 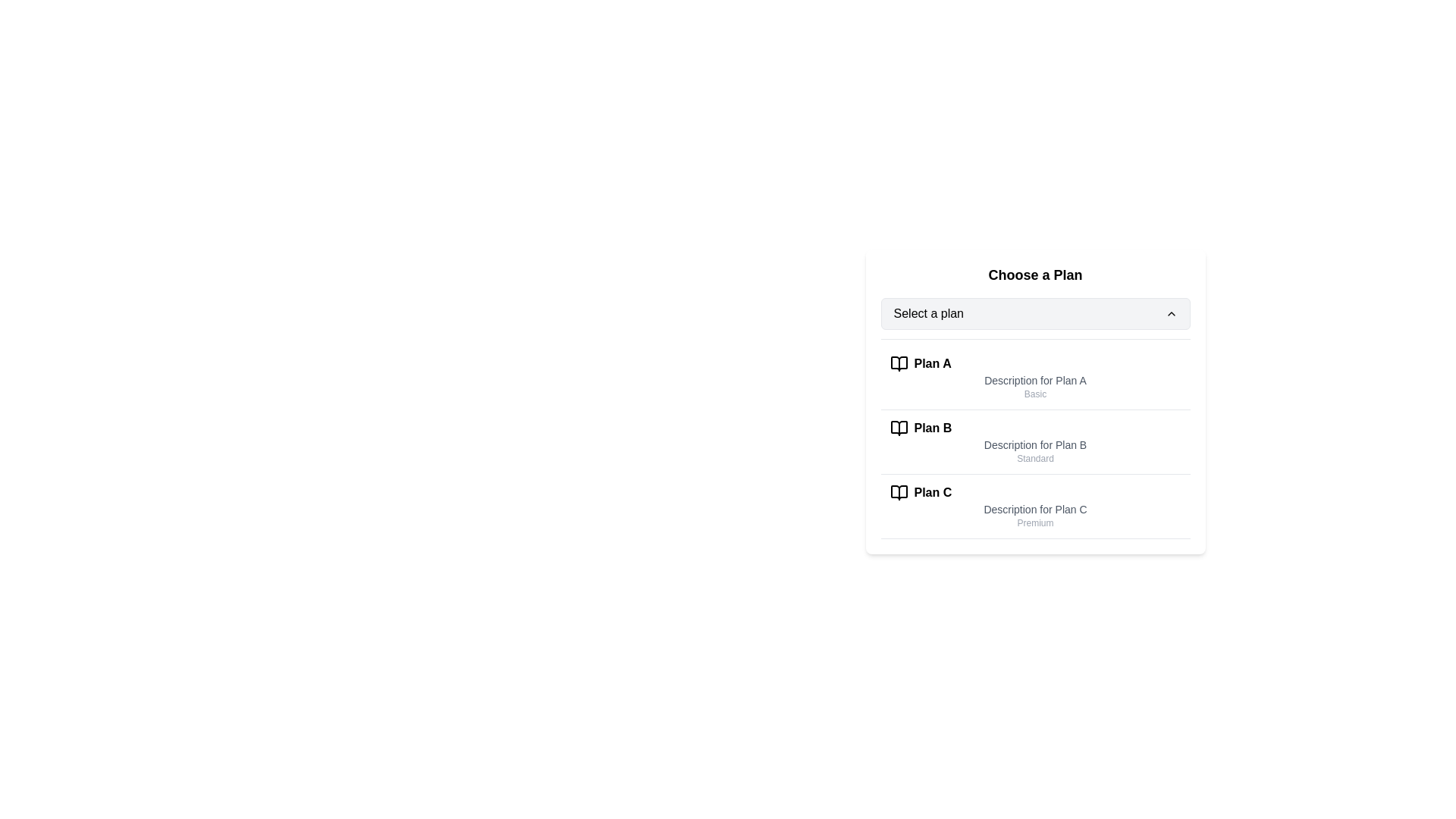 What do you see at coordinates (899, 363) in the screenshot?
I see `the icon representing 'Plan A' located near the top of the plan selection interface, aligned to the left of the text 'Plan A'` at bounding box center [899, 363].